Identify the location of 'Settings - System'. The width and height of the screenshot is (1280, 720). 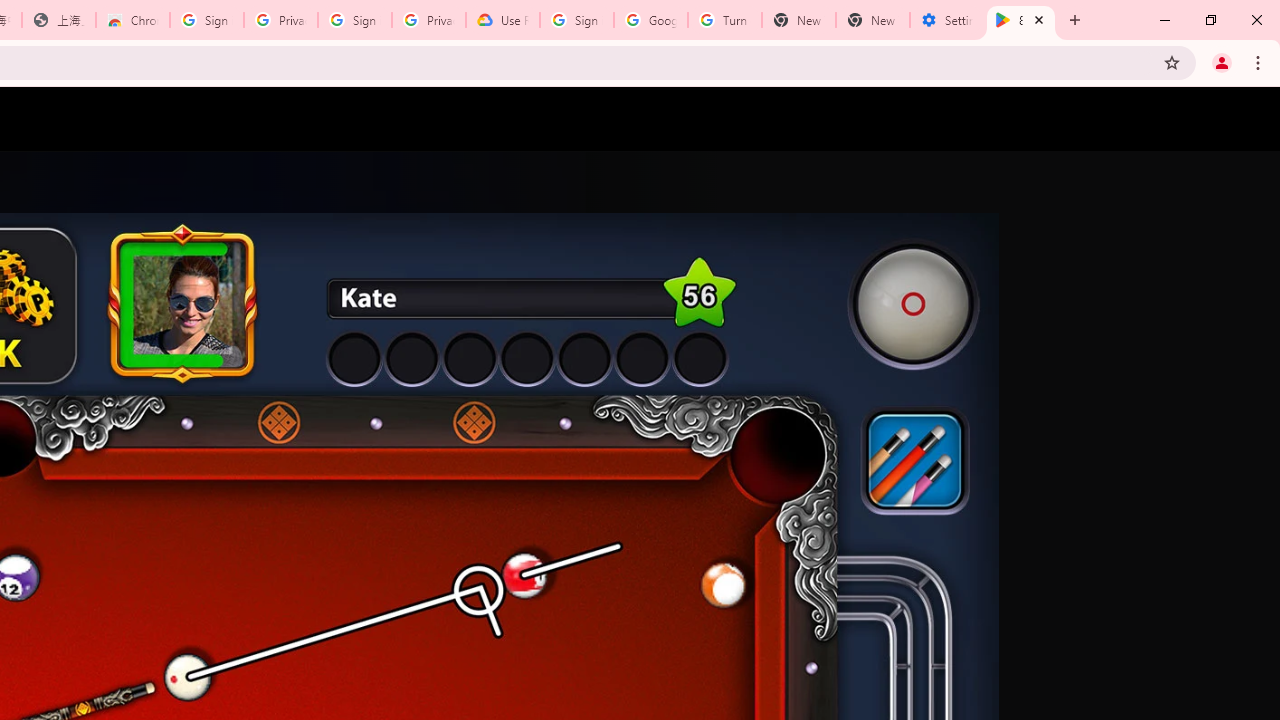
(946, 20).